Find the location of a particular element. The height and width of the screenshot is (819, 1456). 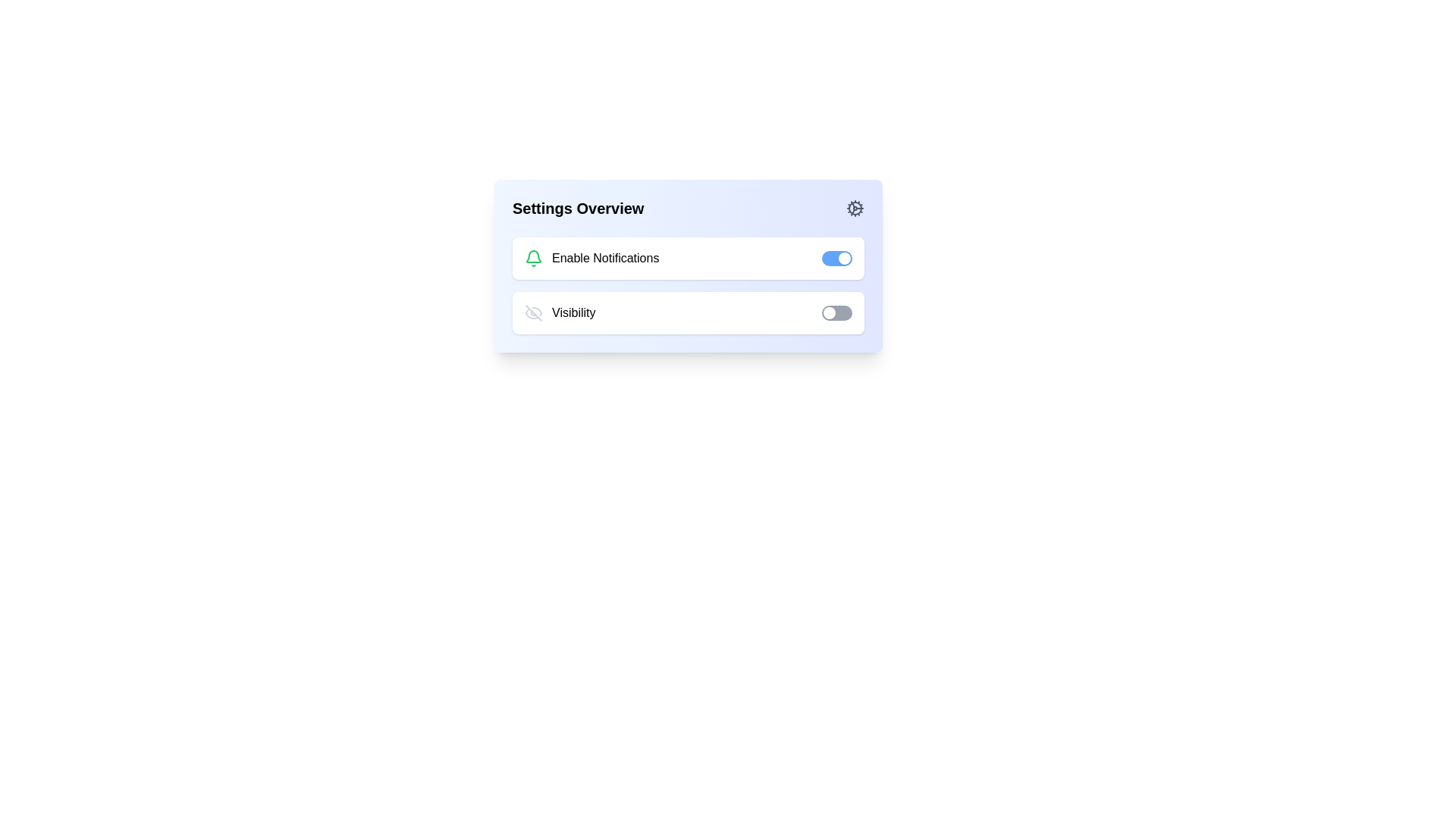

the Icon Decoration element that visually represents a 'visibility off' icon, which is a thin diagonal line crossing an eye icon in gray color, located in the settings interface is located at coordinates (534, 312).